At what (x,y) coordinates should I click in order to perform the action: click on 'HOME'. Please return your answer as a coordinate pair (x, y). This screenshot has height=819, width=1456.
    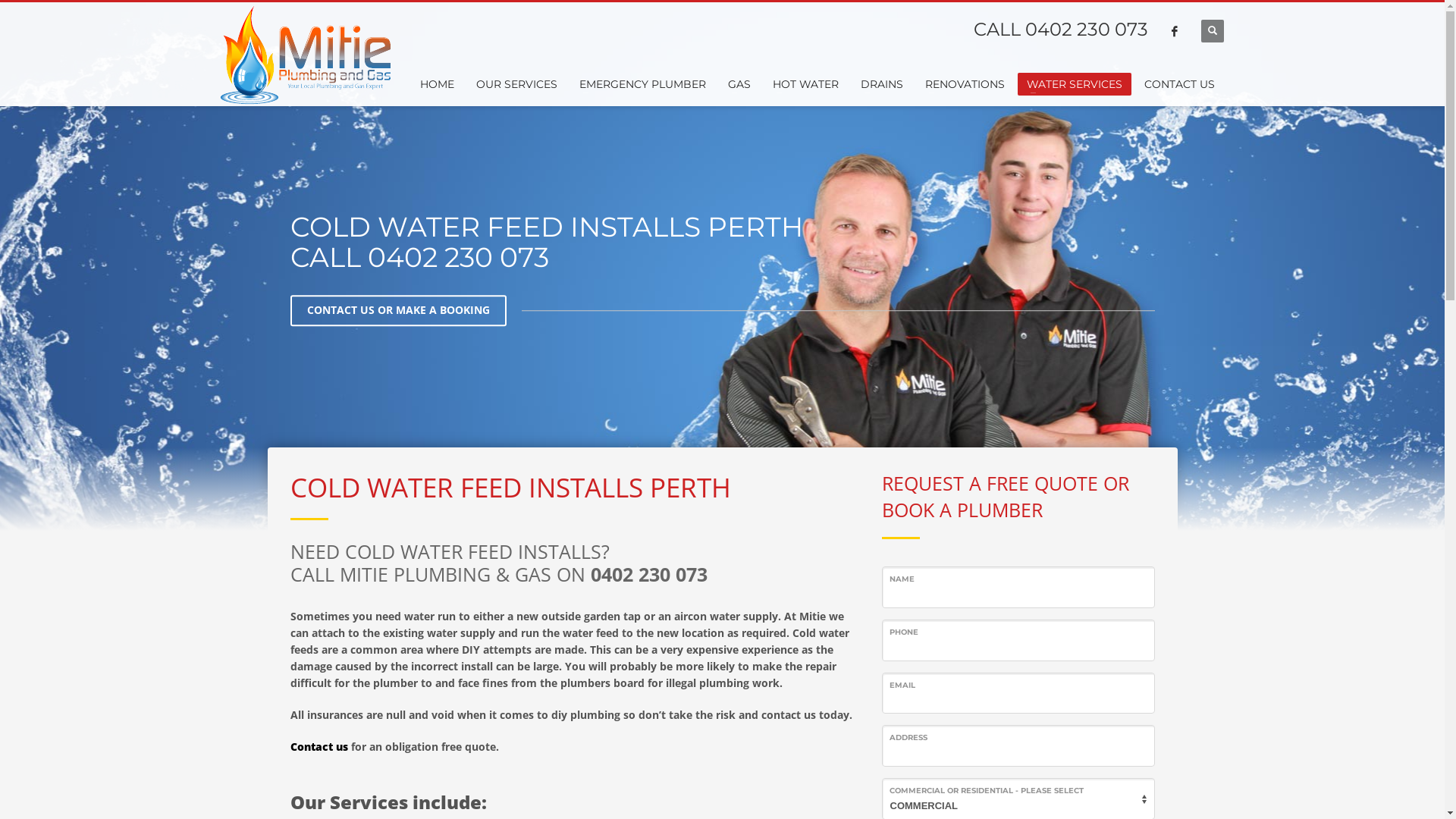
    Looking at the image, I should click on (436, 84).